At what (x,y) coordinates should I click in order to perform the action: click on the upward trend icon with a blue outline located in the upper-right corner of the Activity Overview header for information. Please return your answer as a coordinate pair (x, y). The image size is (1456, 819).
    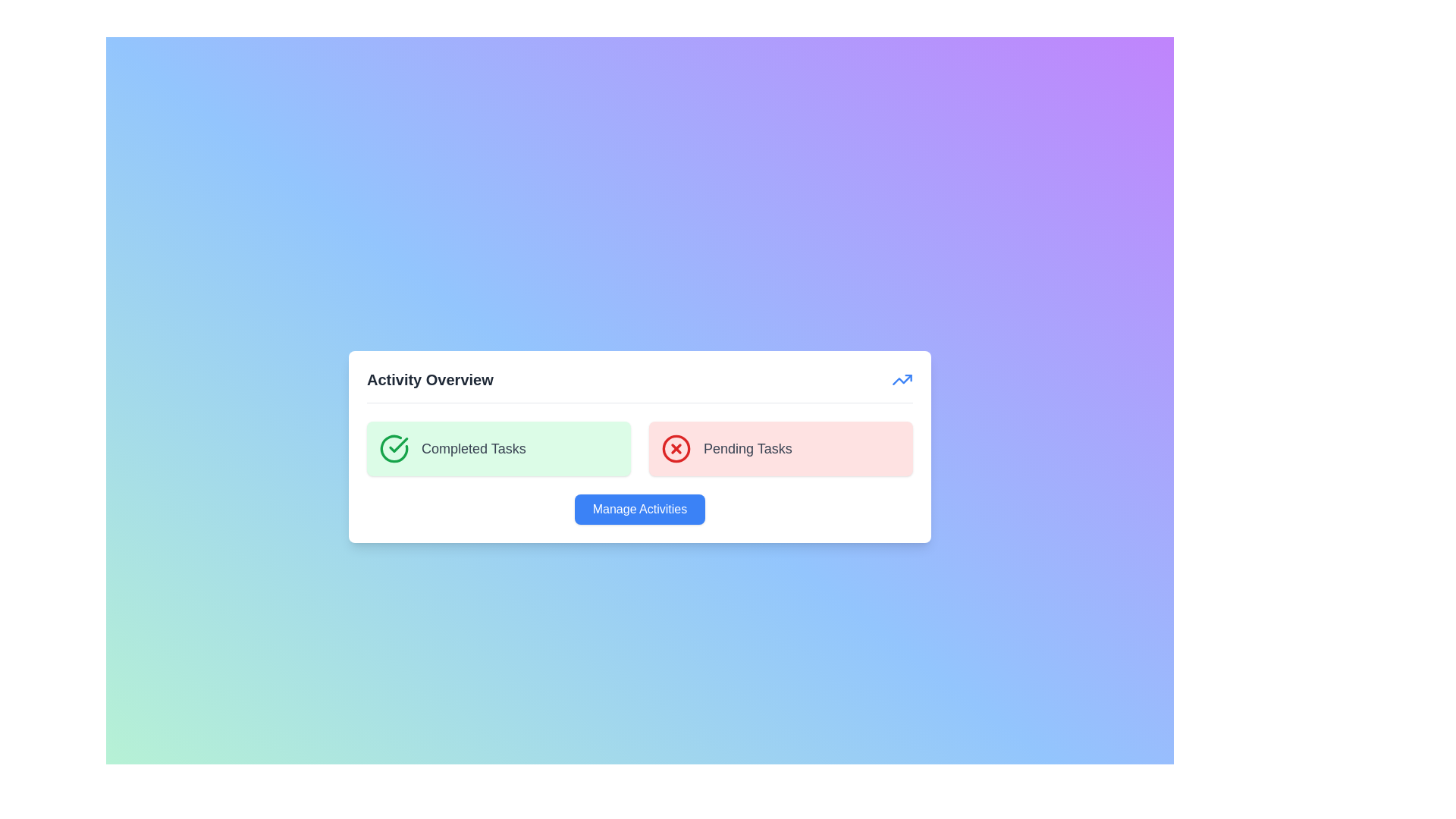
    Looking at the image, I should click on (902, 378).